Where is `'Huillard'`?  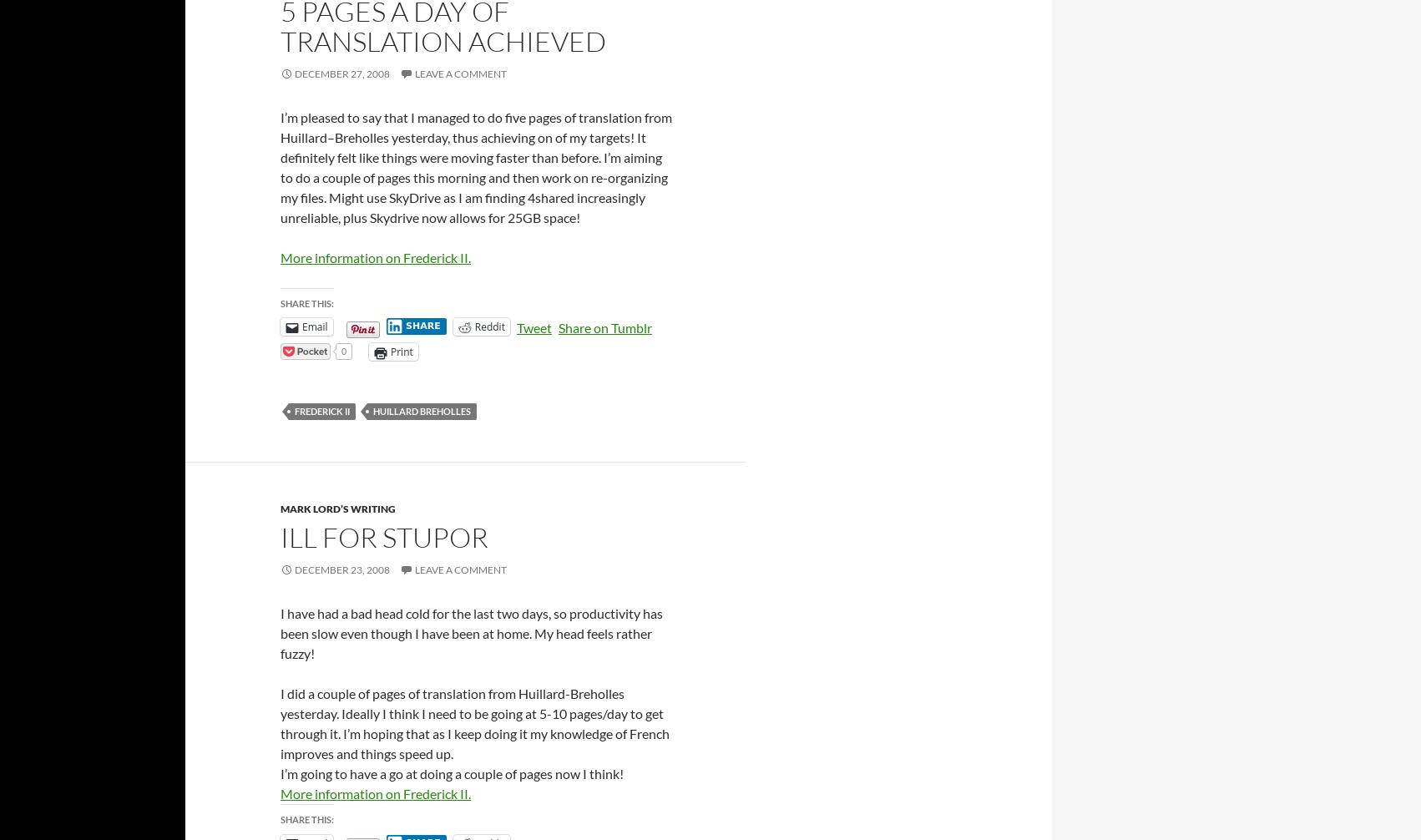
'Huillard' is located at coordinates (304, 137).